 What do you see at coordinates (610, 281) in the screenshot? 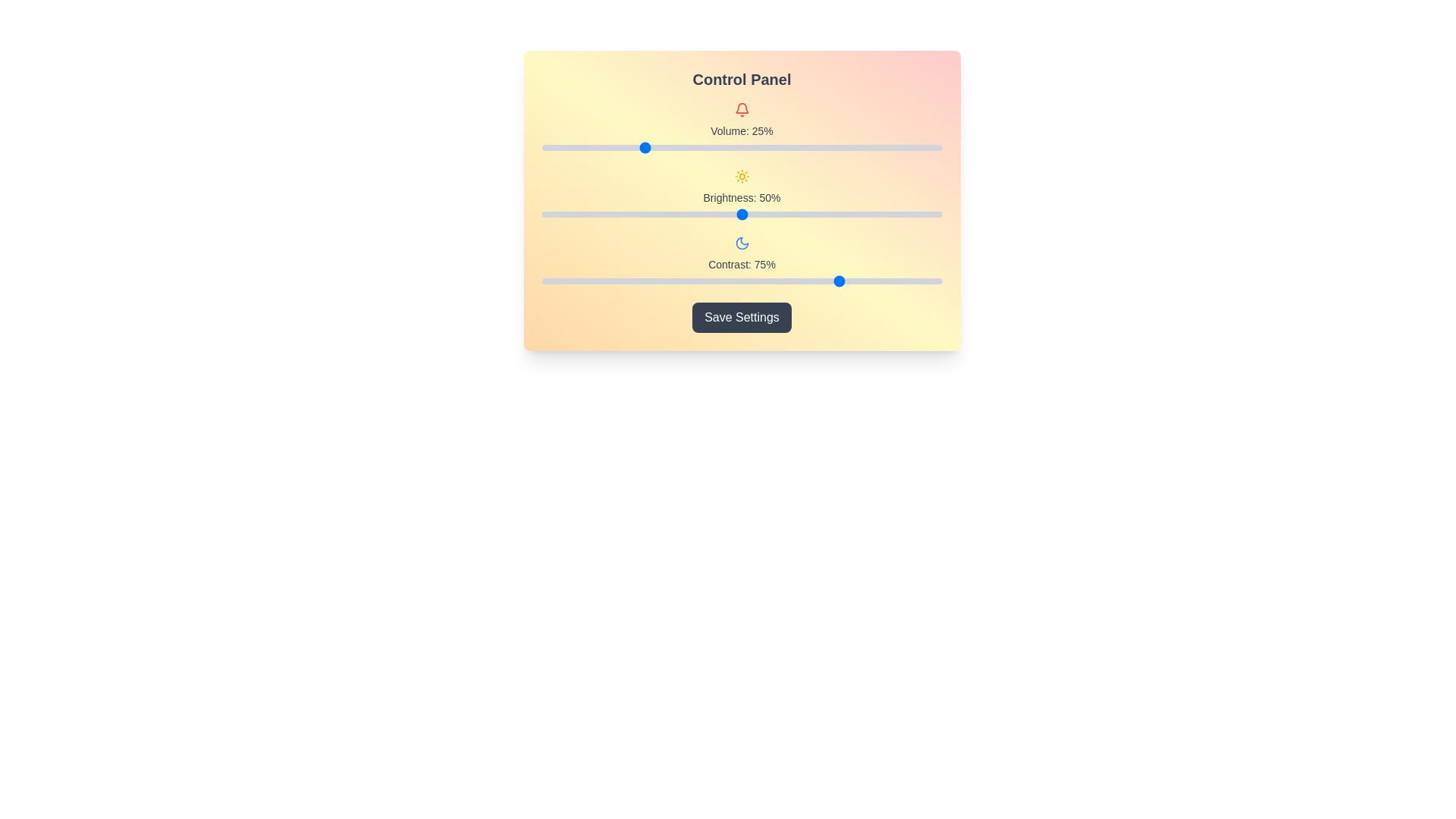
I see `contrast level` at bounding box center [610, 281].